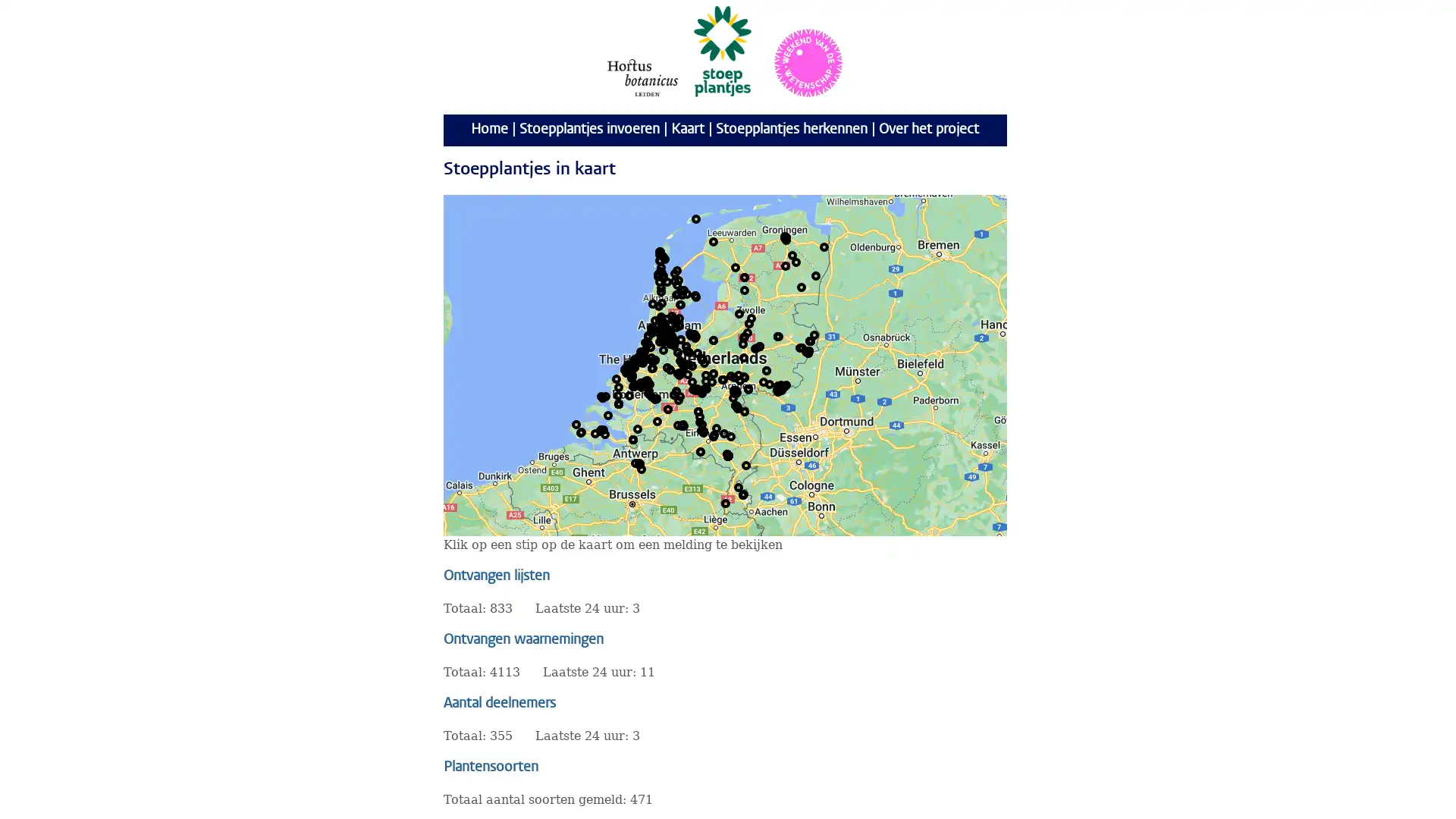 The height and width of the screenshot is (819, 1456). Describe the element at coordinates (640, 383) in the screenshot. I see `Telling van Josien Hofs op 31 oktober 2021` at that location.